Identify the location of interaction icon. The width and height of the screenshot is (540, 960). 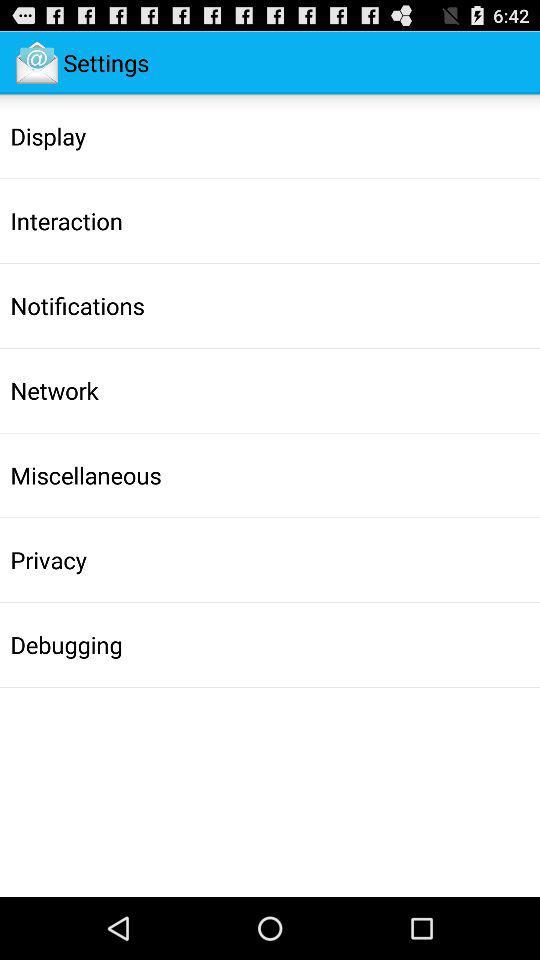
(66, 221).